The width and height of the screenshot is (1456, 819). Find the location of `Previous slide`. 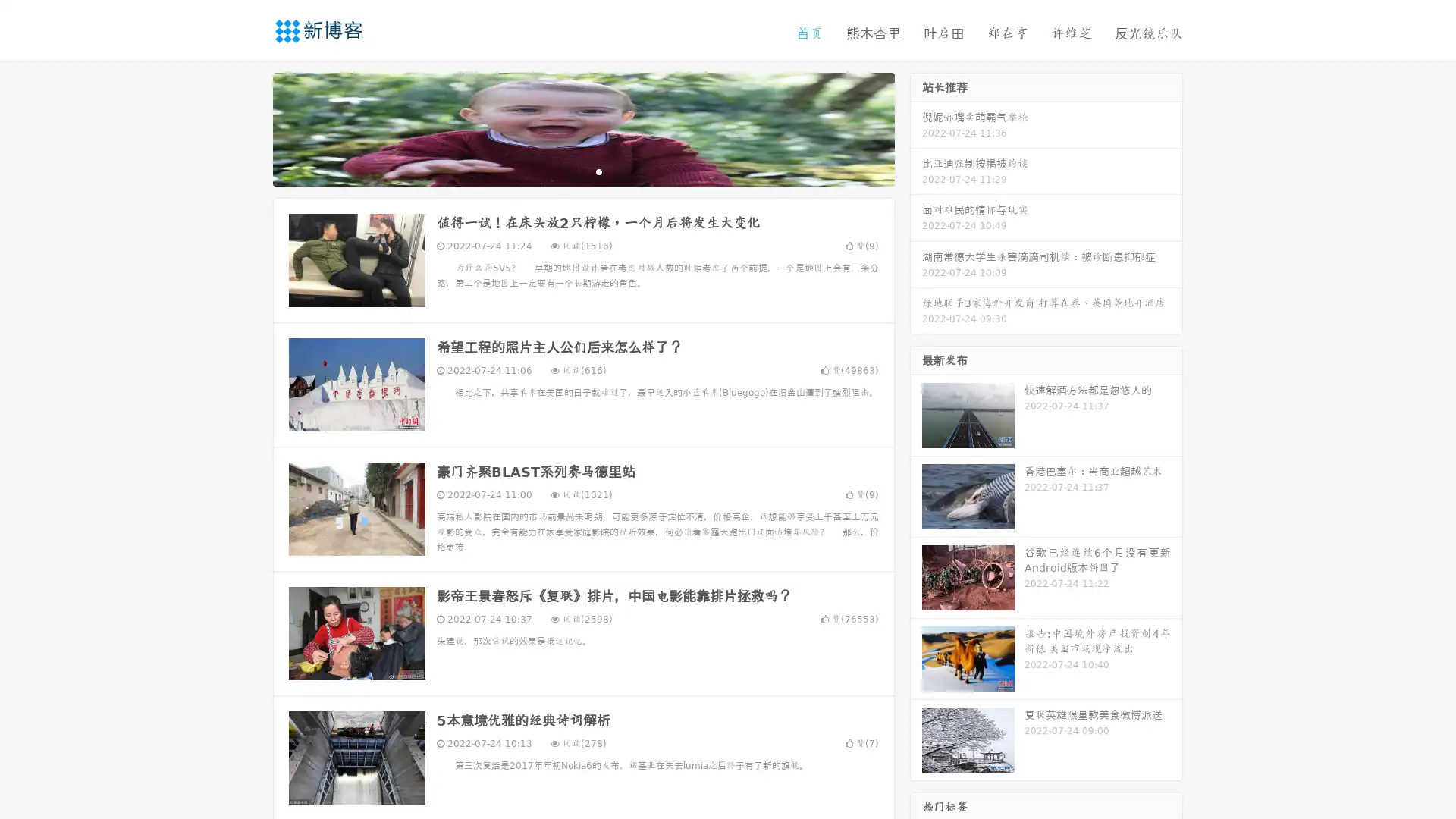

Previous slide is located at coordinates (250, 127).